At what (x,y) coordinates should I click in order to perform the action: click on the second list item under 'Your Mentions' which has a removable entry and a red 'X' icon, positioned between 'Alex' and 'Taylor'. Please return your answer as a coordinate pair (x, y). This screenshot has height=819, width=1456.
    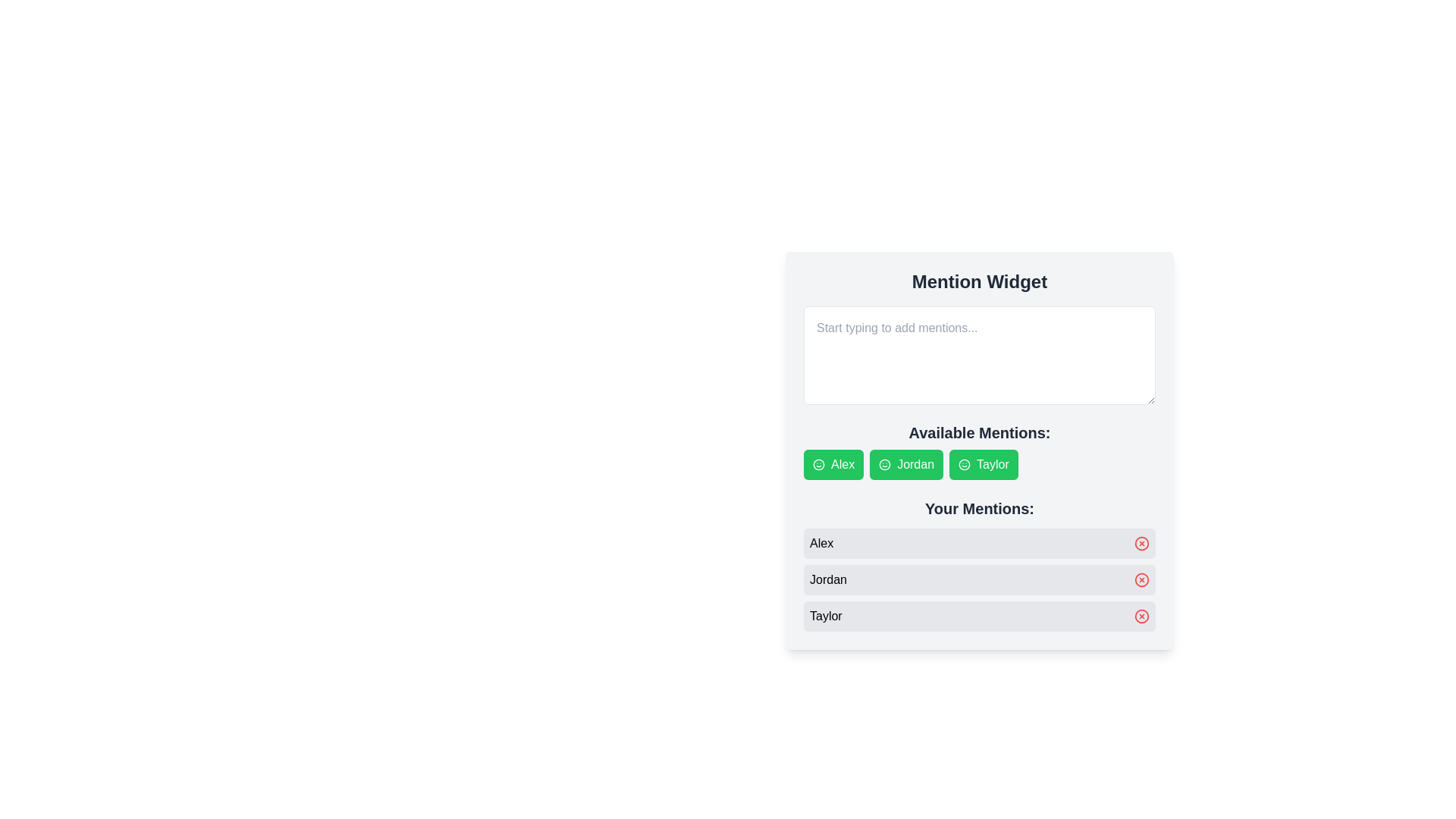
    Looking at the image, I should click on (979, 579).